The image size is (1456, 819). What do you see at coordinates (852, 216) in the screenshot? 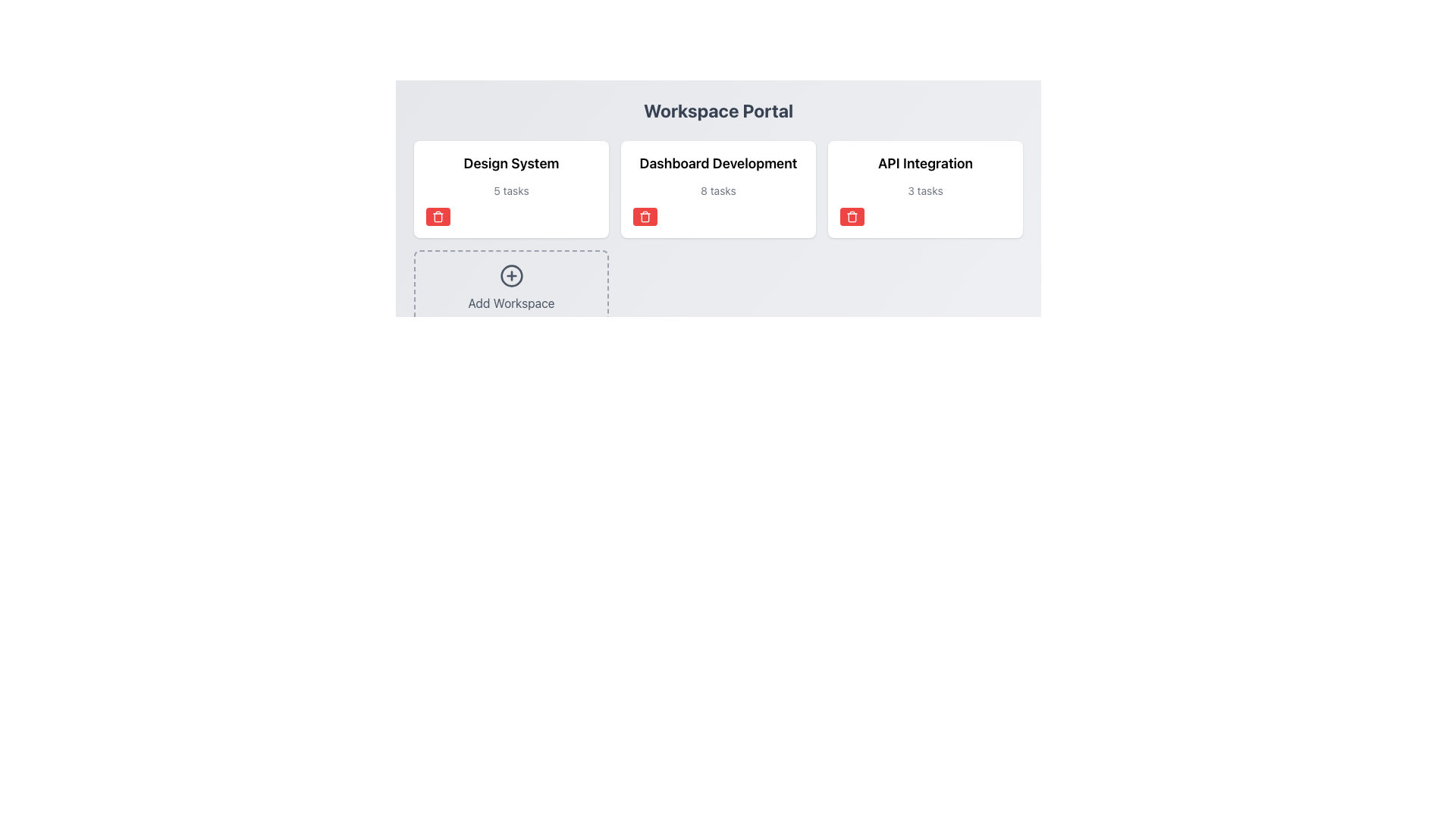
I see `the delete button located in the 'API Integration' section` at bounding box center [852, 216].